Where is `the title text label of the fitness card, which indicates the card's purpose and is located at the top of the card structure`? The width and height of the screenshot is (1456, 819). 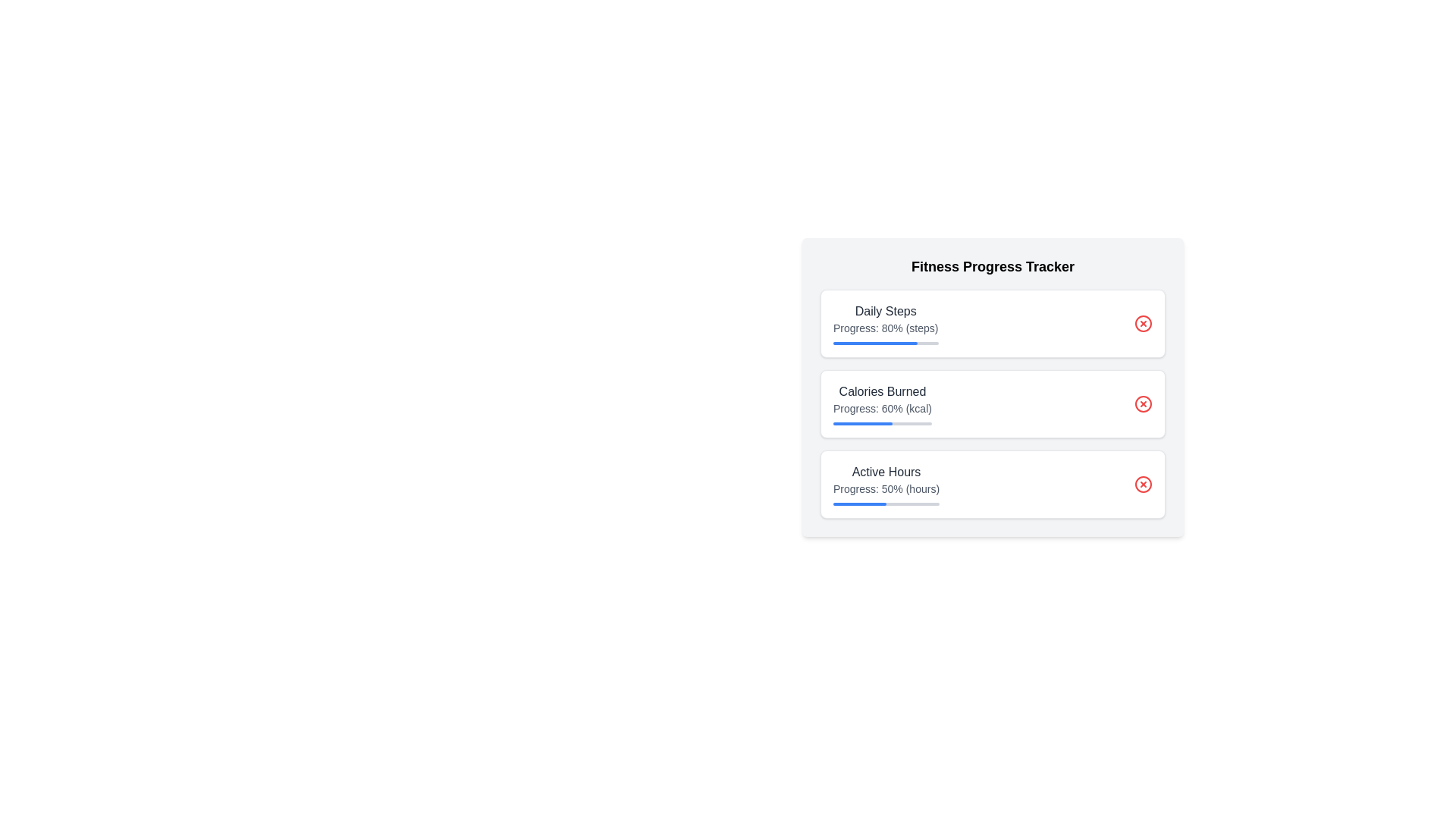
the title text label of the fitness card, which indicates the card's purpose and is located at the top of the card structure is located at coordinates (993, 265).